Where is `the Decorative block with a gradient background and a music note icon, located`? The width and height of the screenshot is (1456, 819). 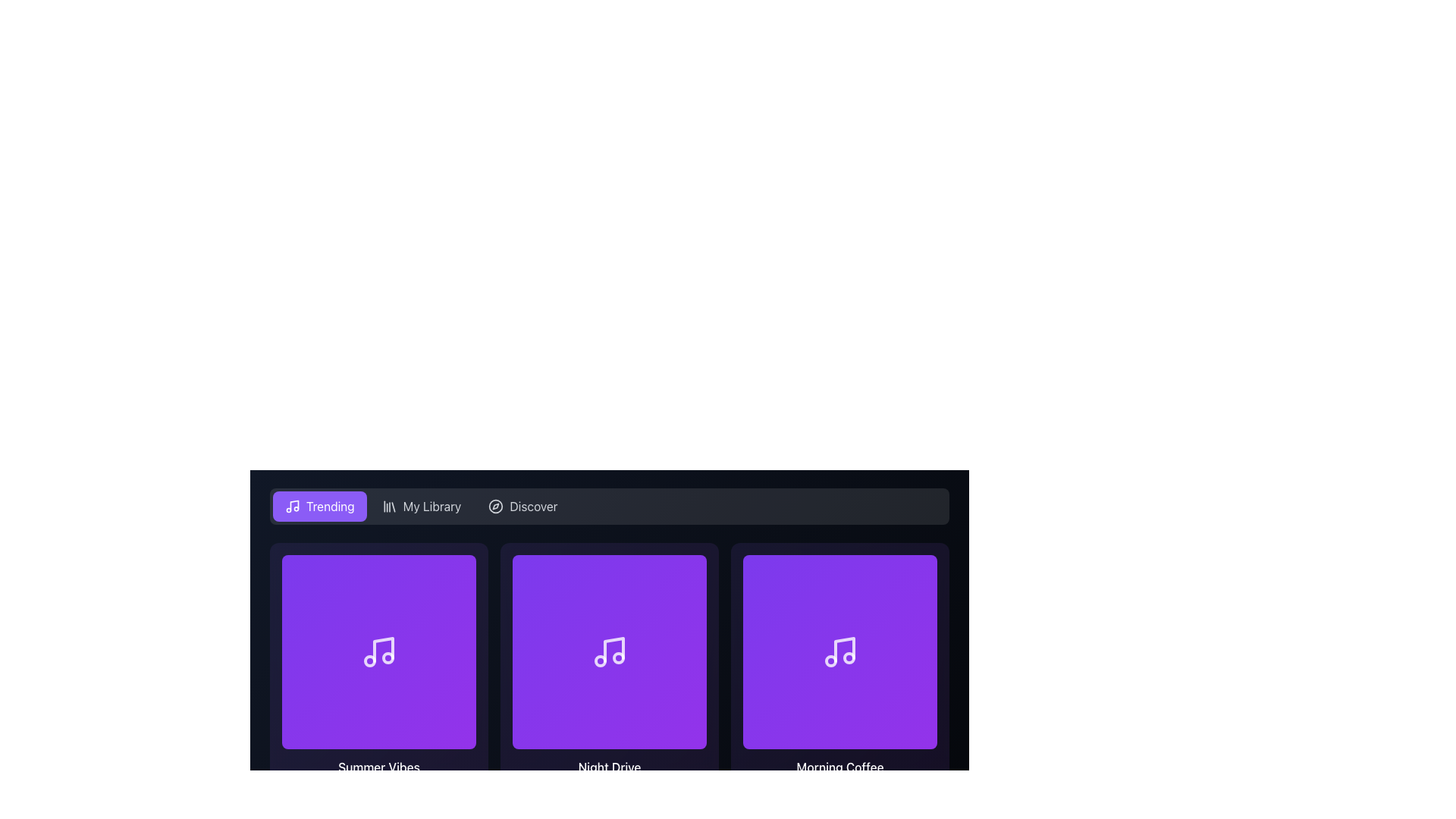
the Decorative block with a gradient background and a music note icon, located is located at coordinates (378, 651).